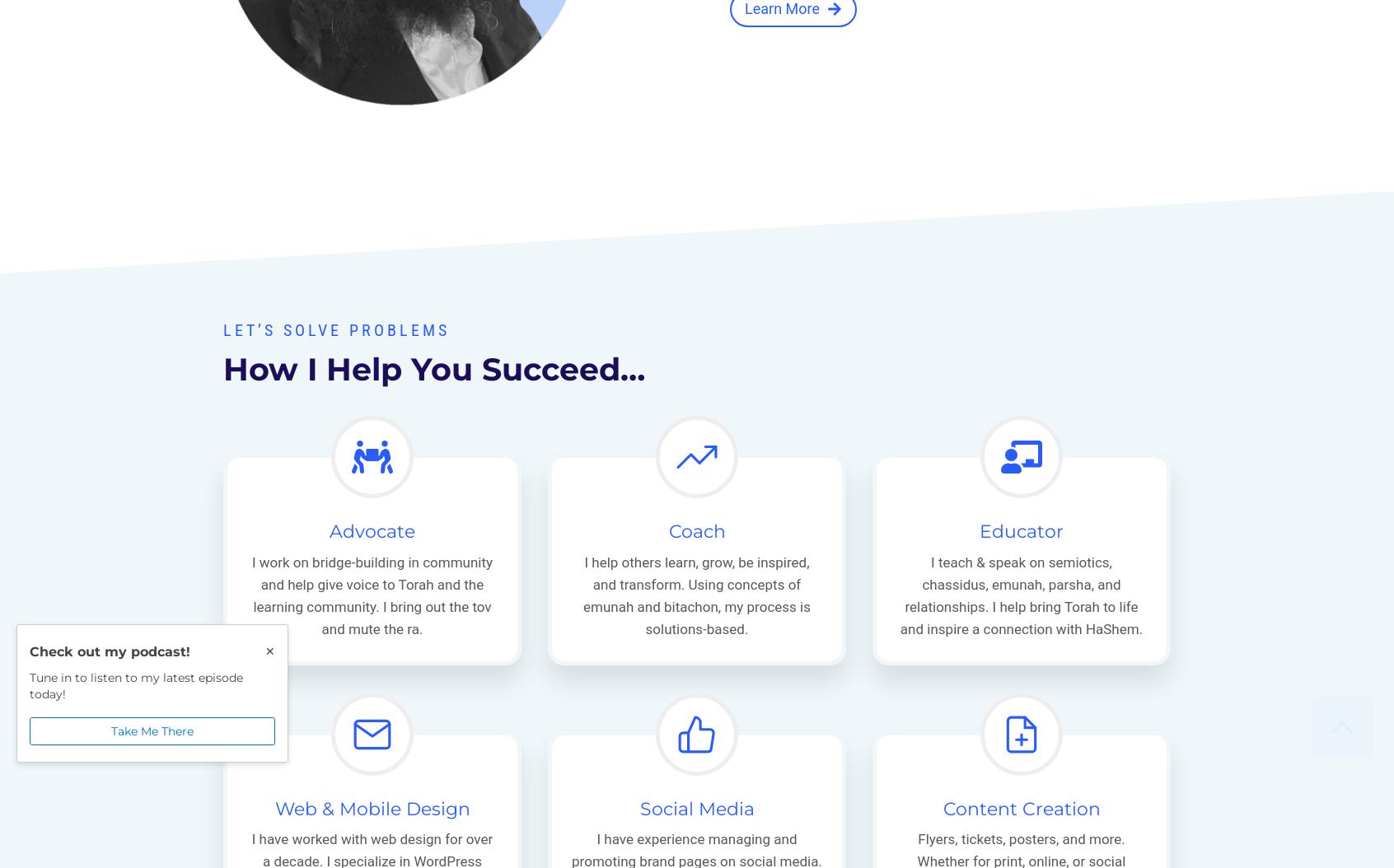  I want to click on 'Coach', so click(696, 531).